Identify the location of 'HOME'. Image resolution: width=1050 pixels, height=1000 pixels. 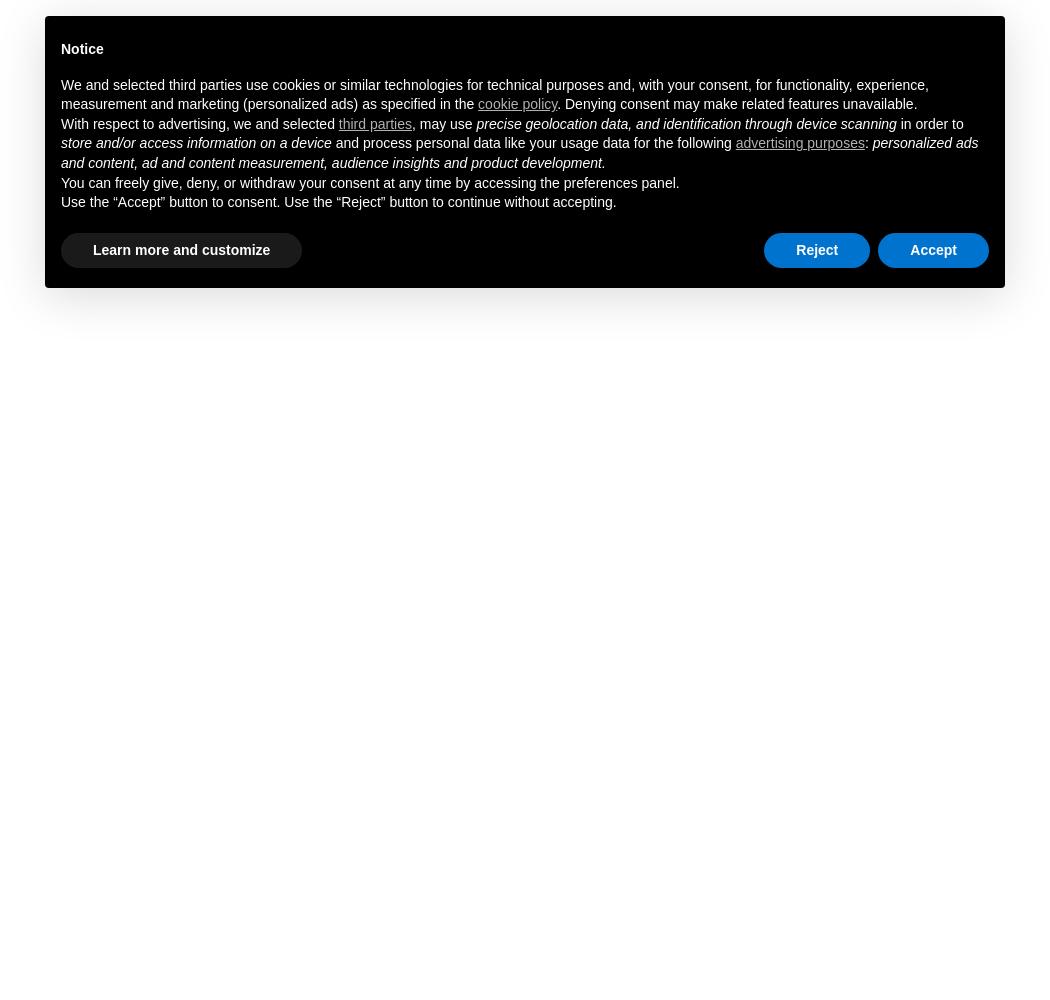
(765, 643).